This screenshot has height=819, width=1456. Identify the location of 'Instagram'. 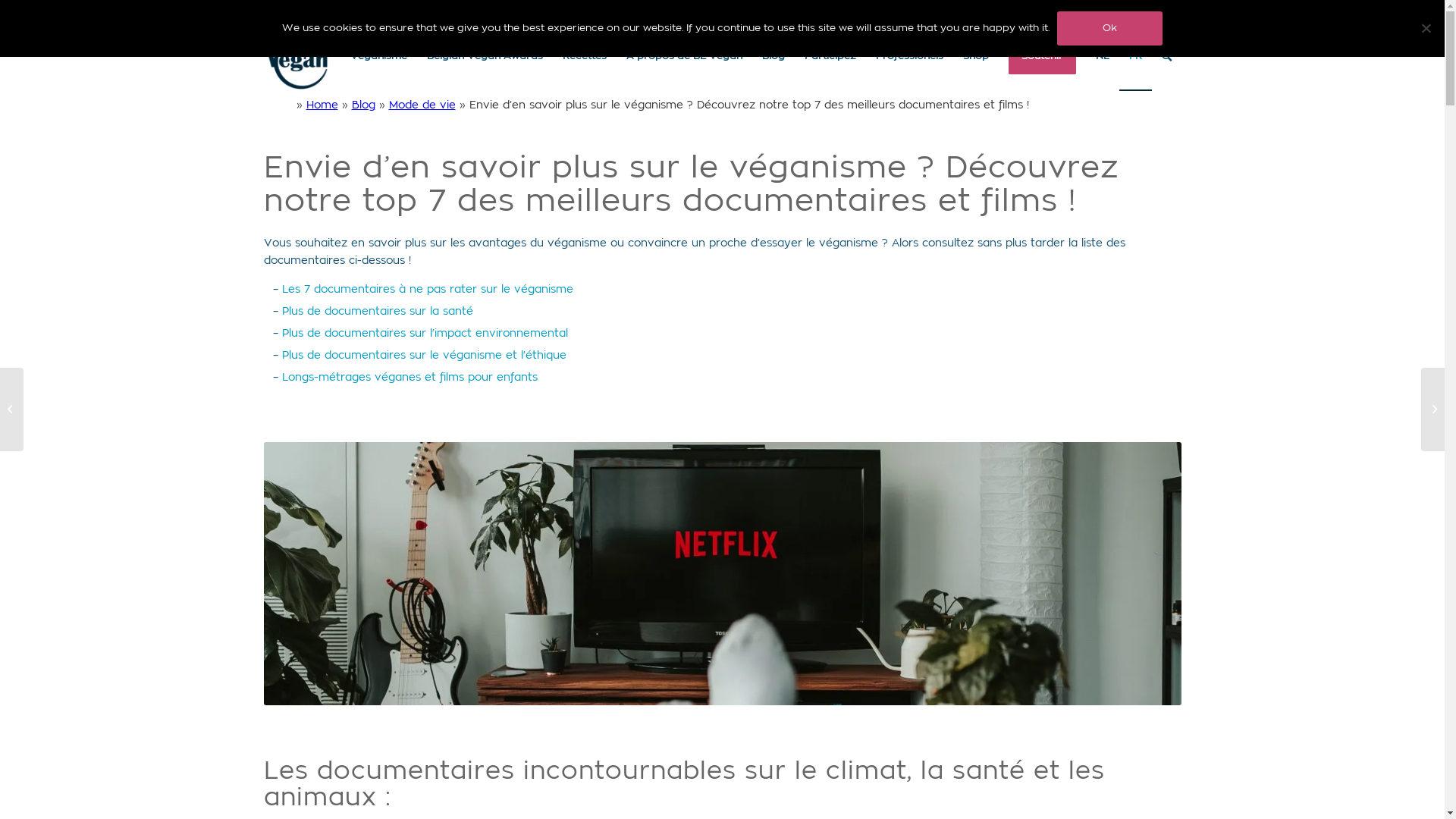
(1169, 11).